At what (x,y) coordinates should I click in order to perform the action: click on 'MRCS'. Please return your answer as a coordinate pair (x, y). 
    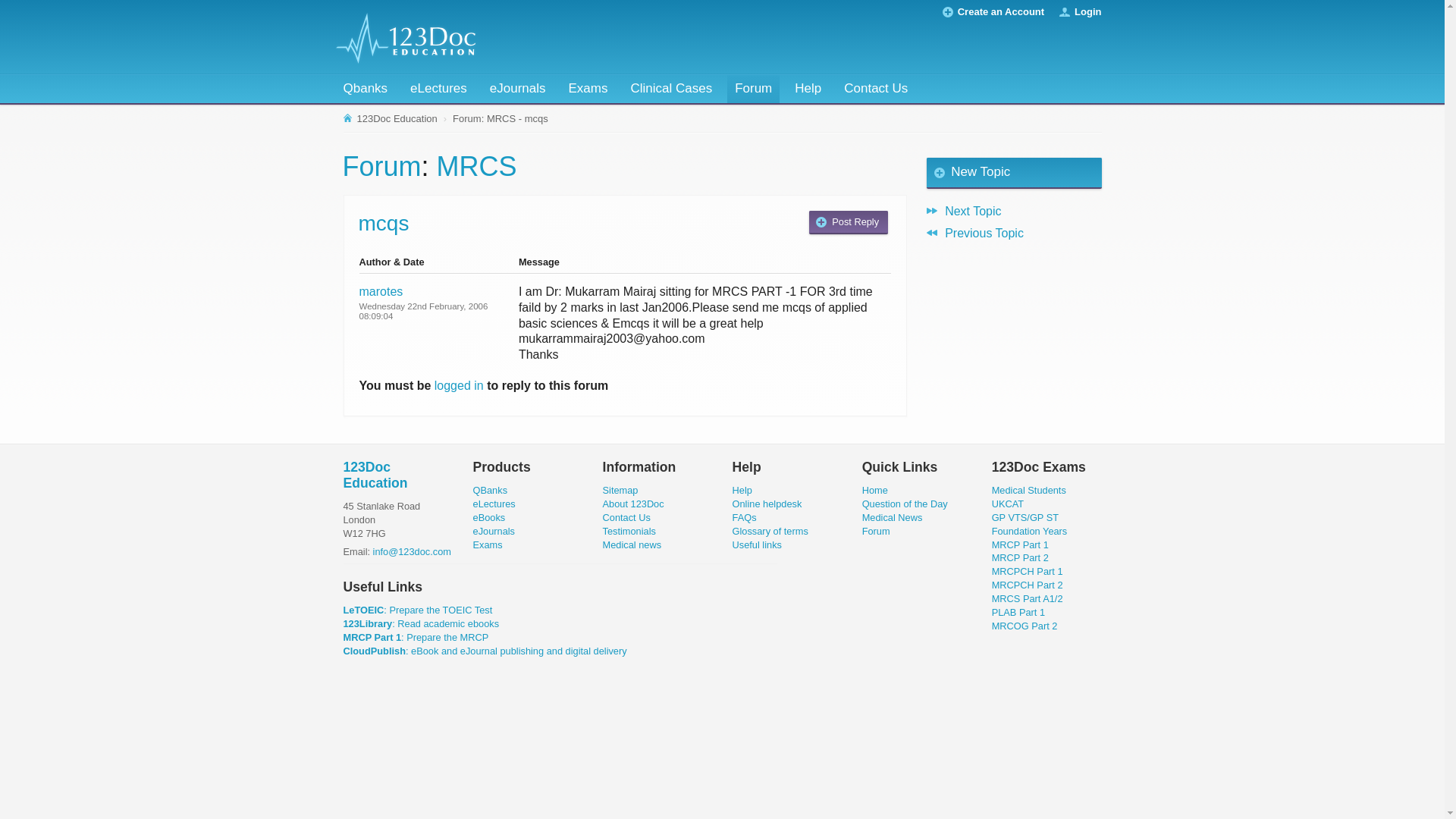
    Looking at the image, I should click on (475, 166).